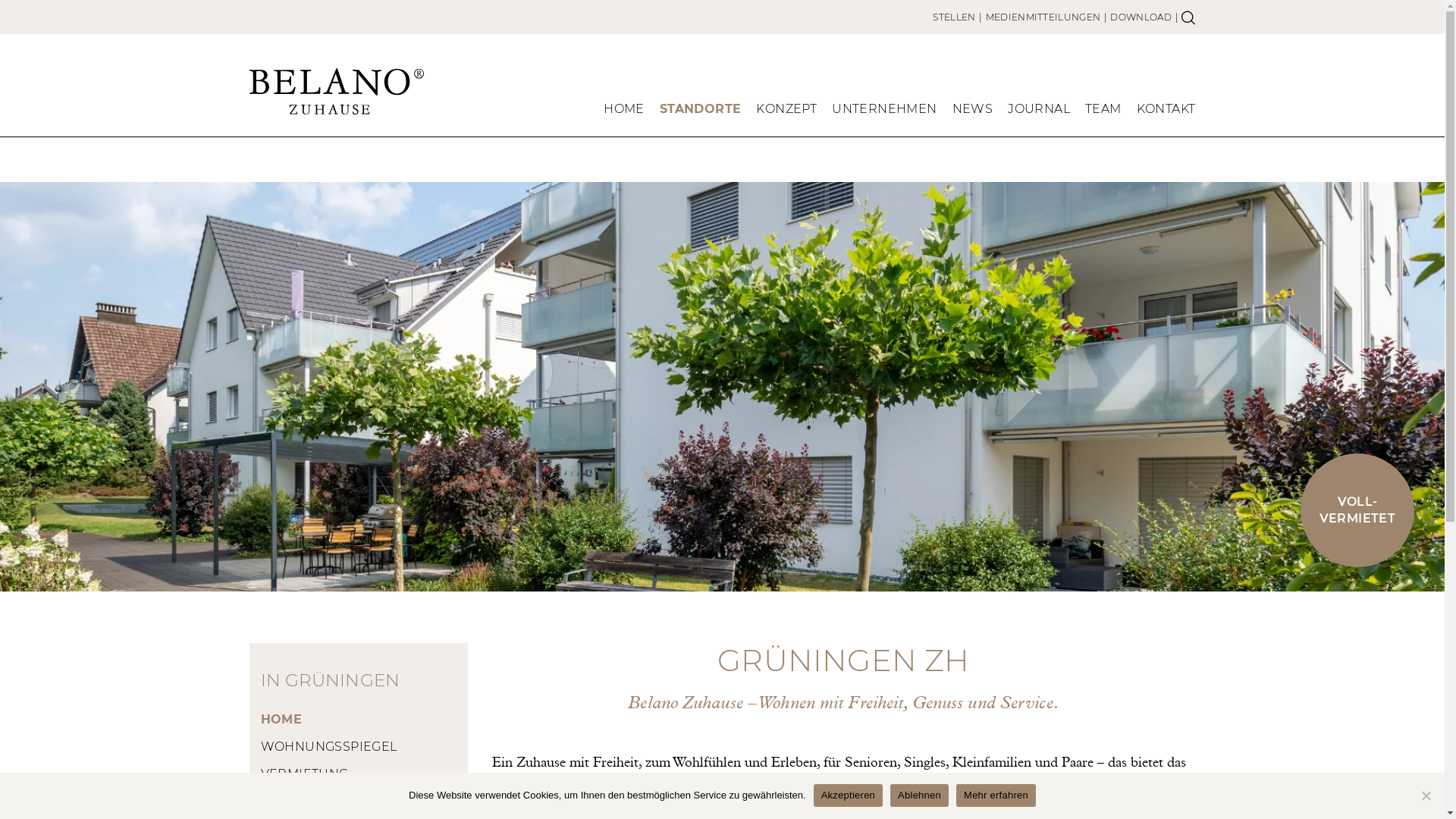  Describe the element at coordinates (931, 17) in the screenshot. I see `'STELLEN'` at that location.